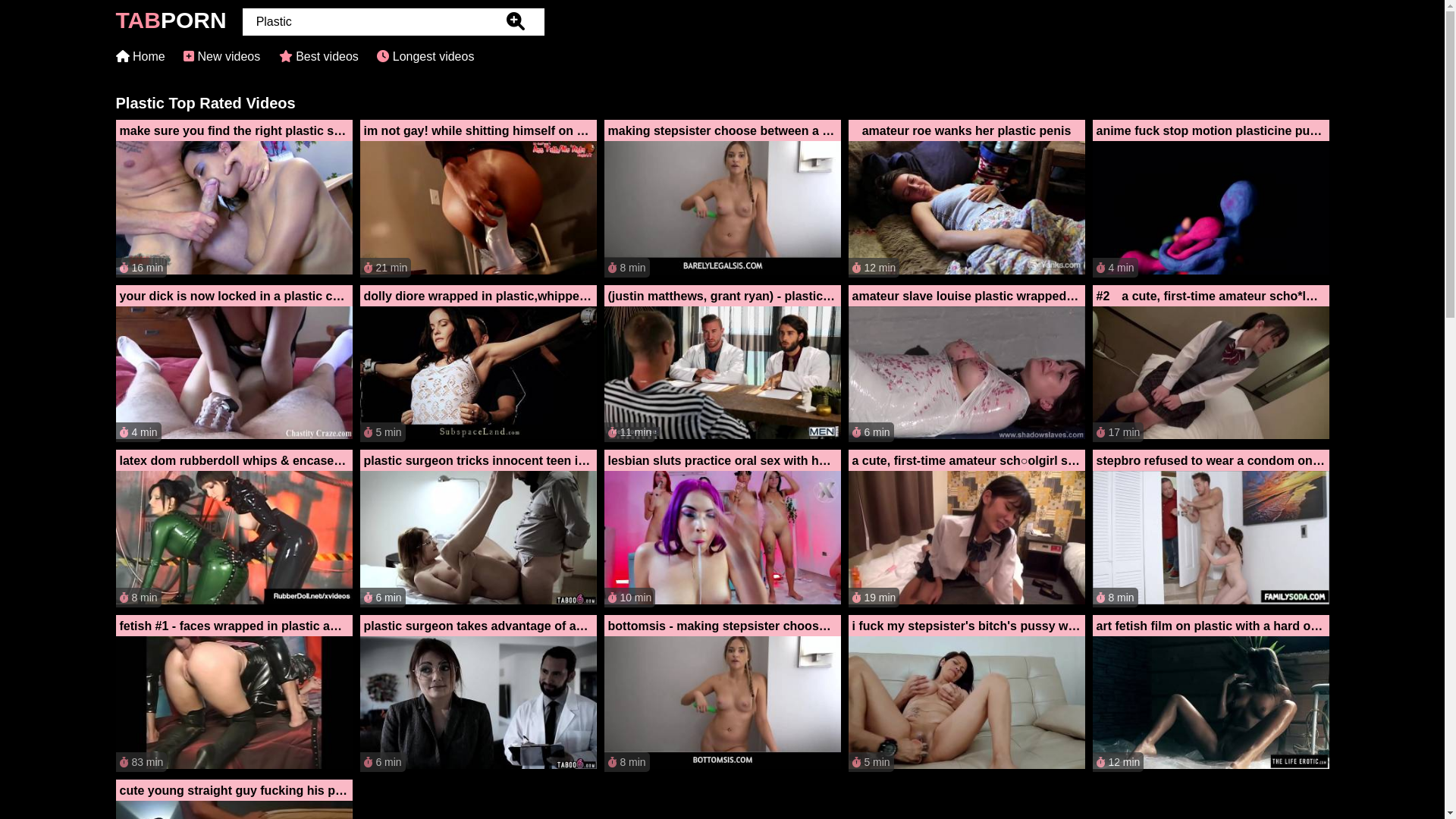 Image resolution: width=1456 pixels, height=819 pixels. Describe the element at coordinates (279, 55) in the screenshot. I see `'Best videos'` at that location.